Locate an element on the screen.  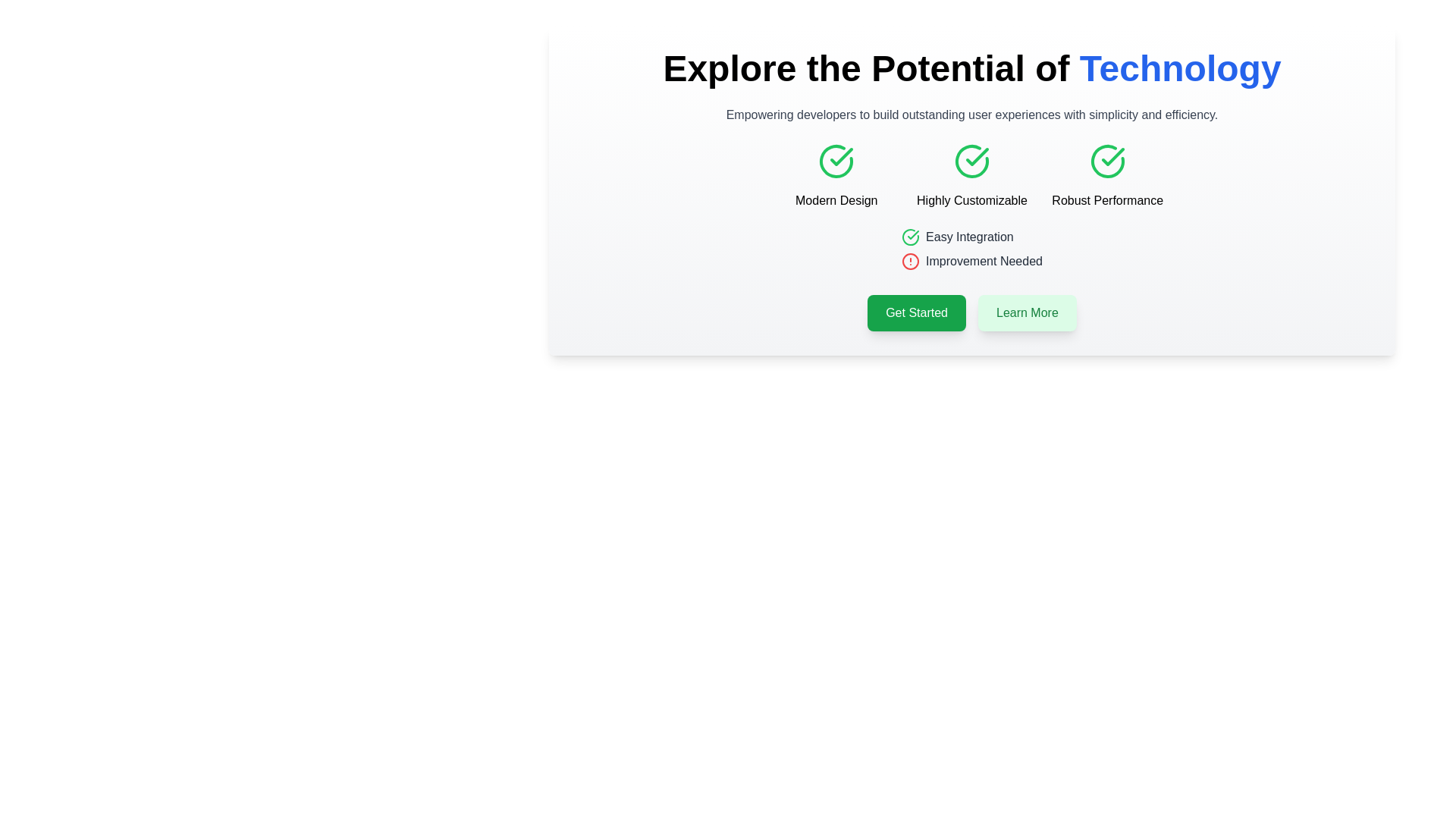
the text label displaying 'Highly Customizable' which is located beneath a green checkmark icon in the central column of a three-column layout is located at coordinates (971, 200).